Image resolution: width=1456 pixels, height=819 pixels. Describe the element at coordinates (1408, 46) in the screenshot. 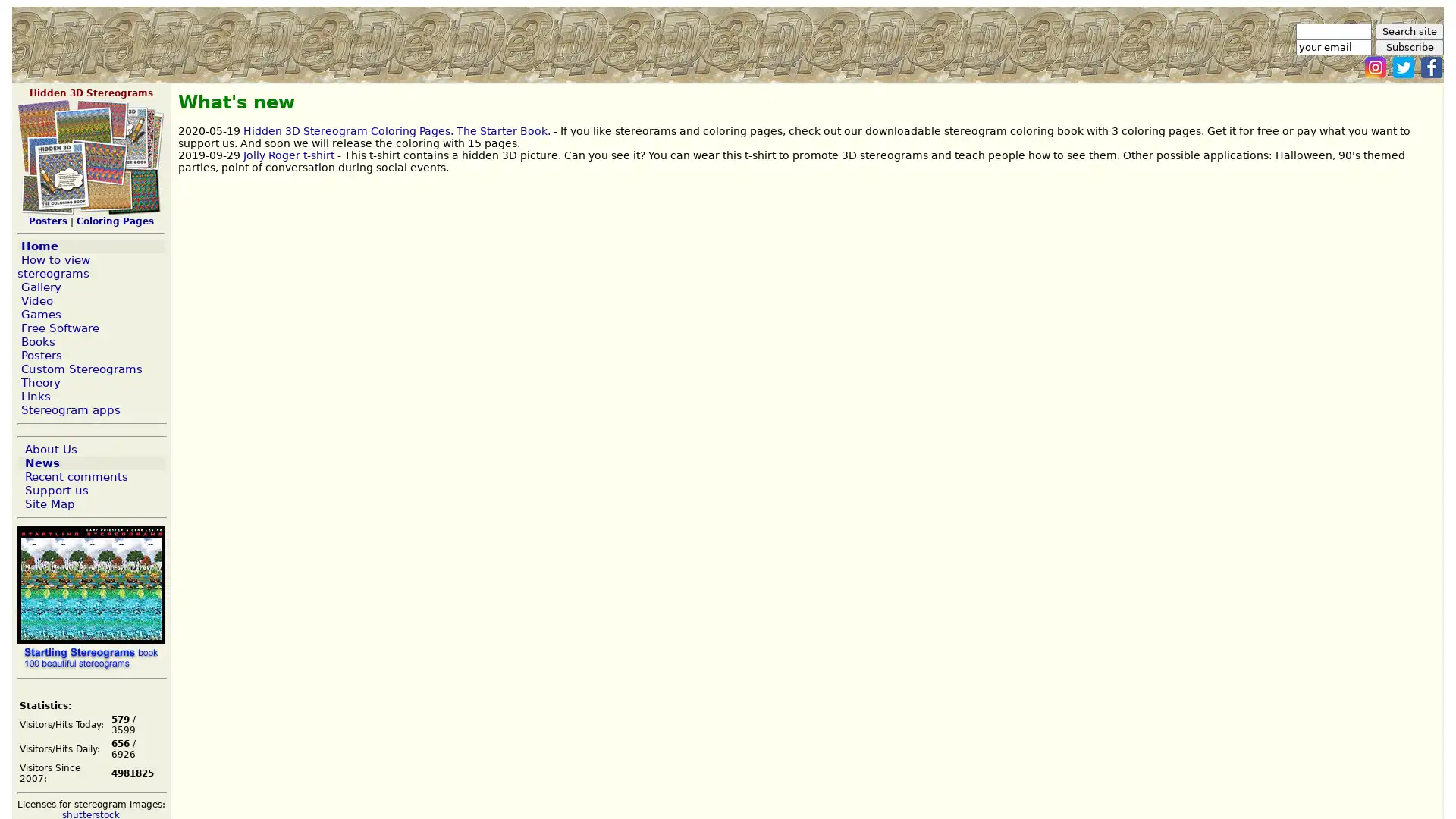

I see `Subscribe` at that location.